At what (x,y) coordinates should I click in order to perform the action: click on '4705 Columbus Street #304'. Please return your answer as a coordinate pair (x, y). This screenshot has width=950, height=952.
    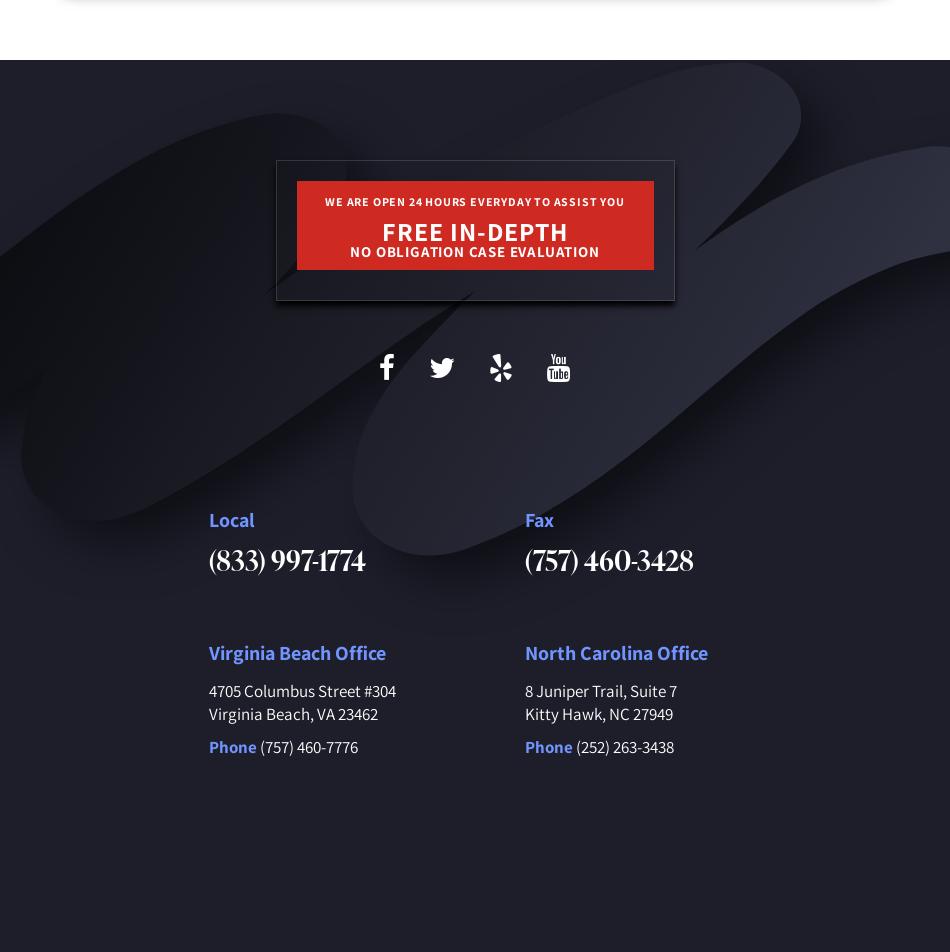
    Looking at the image, I should click on (300, 690).